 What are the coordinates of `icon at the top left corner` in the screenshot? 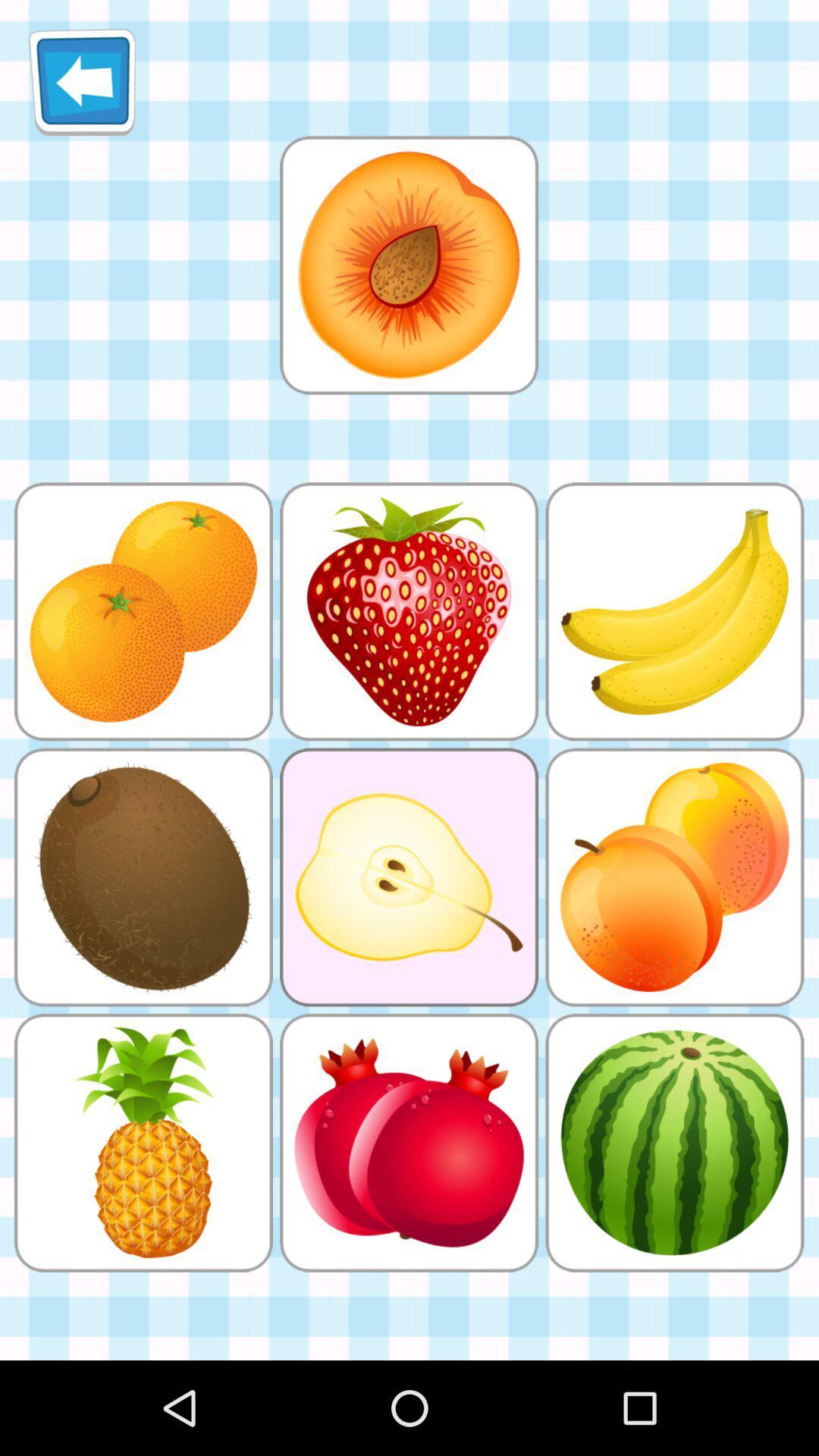 It's located at (82, 81).